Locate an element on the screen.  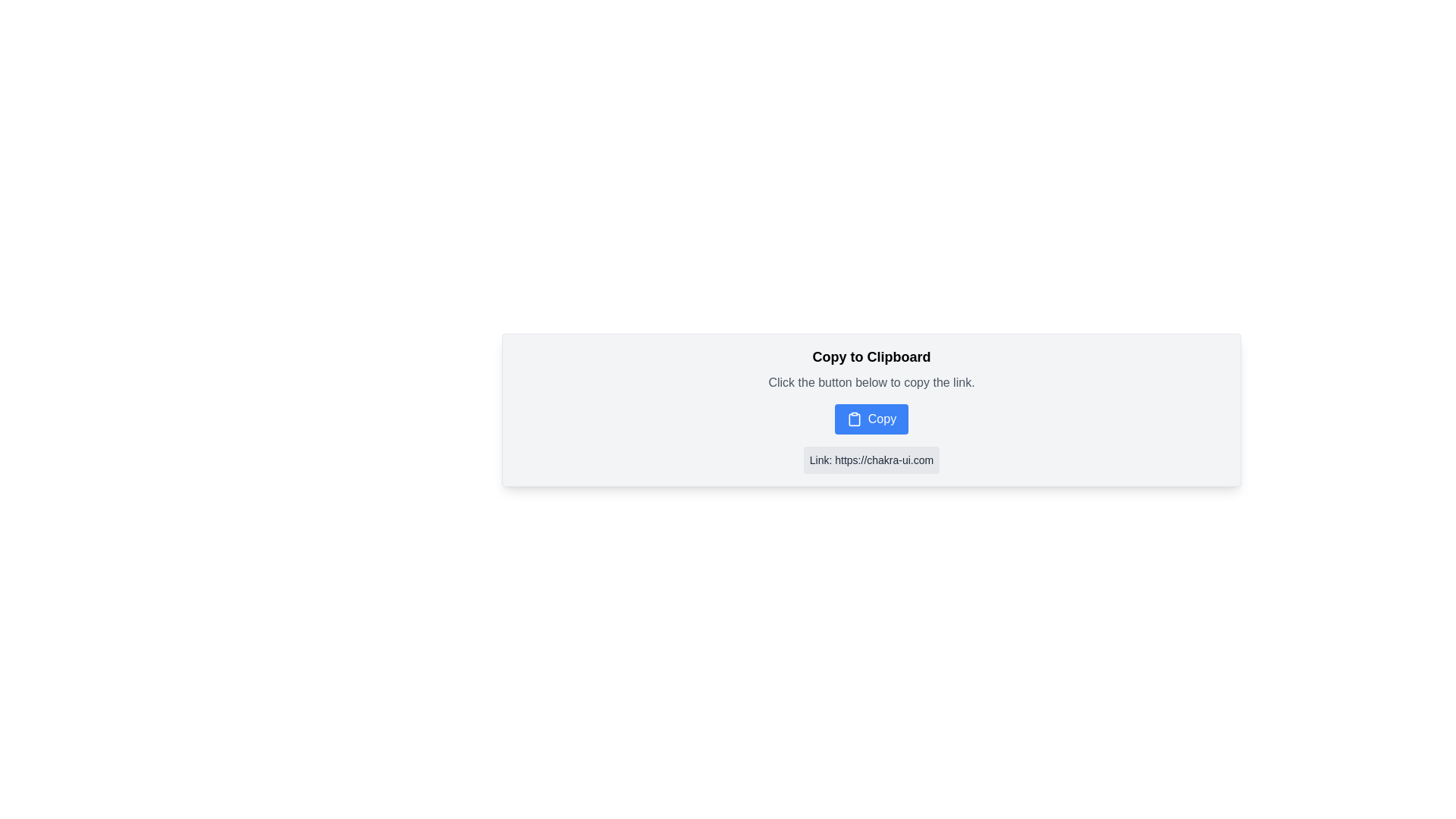
the 'Copy to Clipboard' button located below the title and instruction text, and above the link labeled 'Link: https://chakra-ui.com' to observe the hover effect is located at coordinates (871, 419).